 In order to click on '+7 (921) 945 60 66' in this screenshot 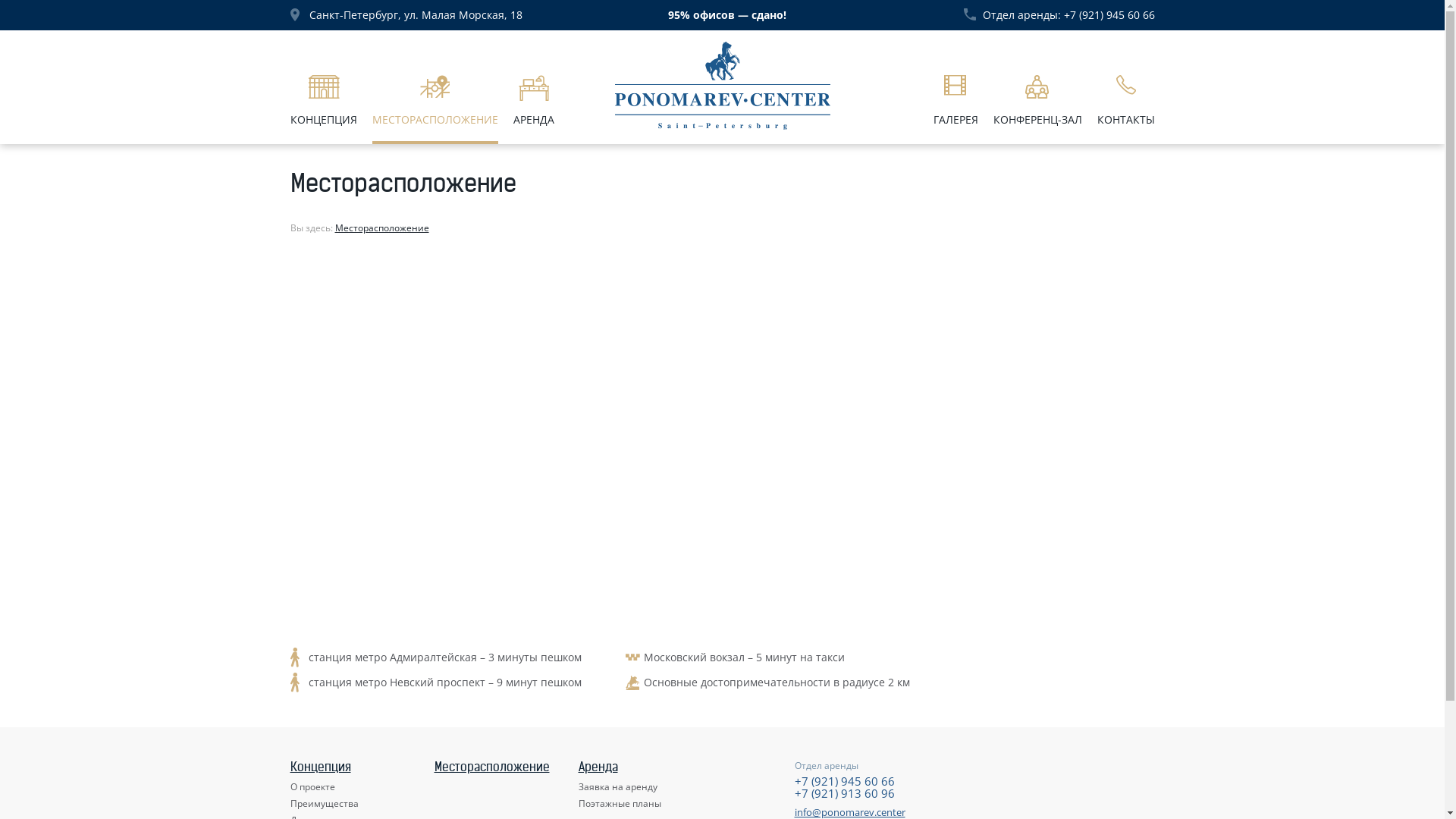, I will do `click(1109, 14)`.